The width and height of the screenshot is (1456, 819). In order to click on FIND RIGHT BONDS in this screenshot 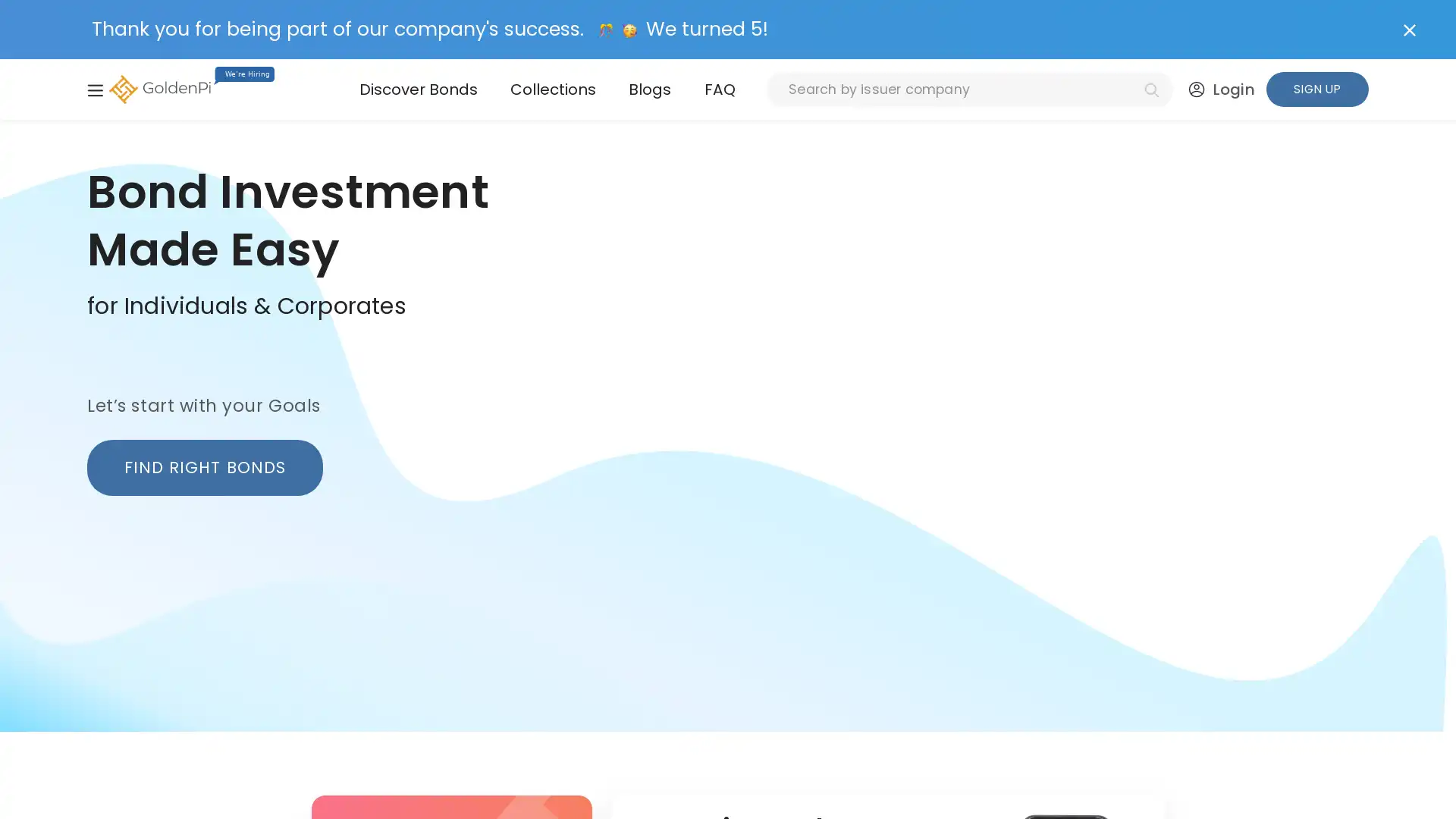, I will do `click(203, 466)`.